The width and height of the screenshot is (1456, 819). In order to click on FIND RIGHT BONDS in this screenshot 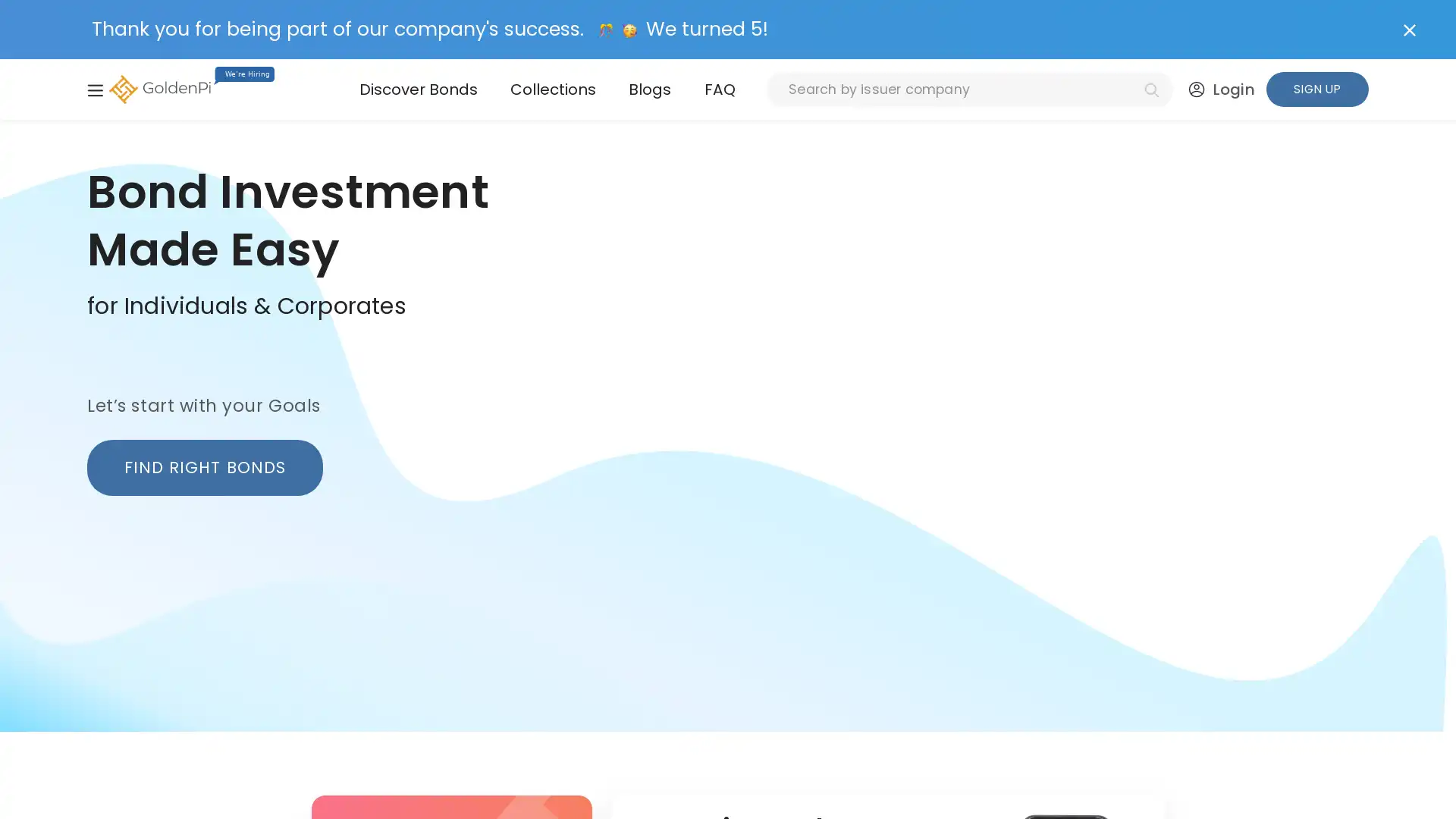, I will do `click(203, 466)`.